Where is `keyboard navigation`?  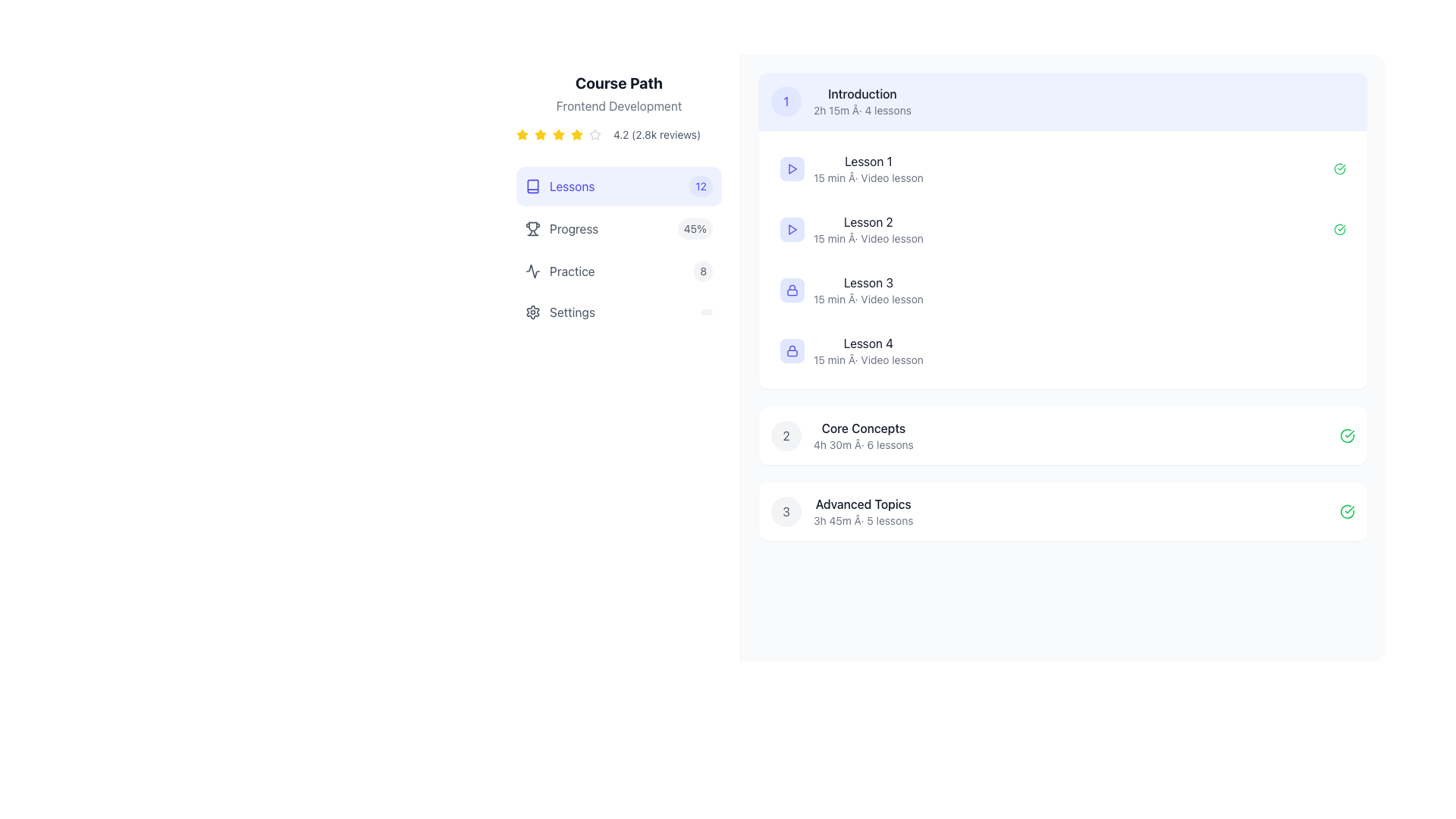 keyboard navigation is located at coordinates (541, 133).